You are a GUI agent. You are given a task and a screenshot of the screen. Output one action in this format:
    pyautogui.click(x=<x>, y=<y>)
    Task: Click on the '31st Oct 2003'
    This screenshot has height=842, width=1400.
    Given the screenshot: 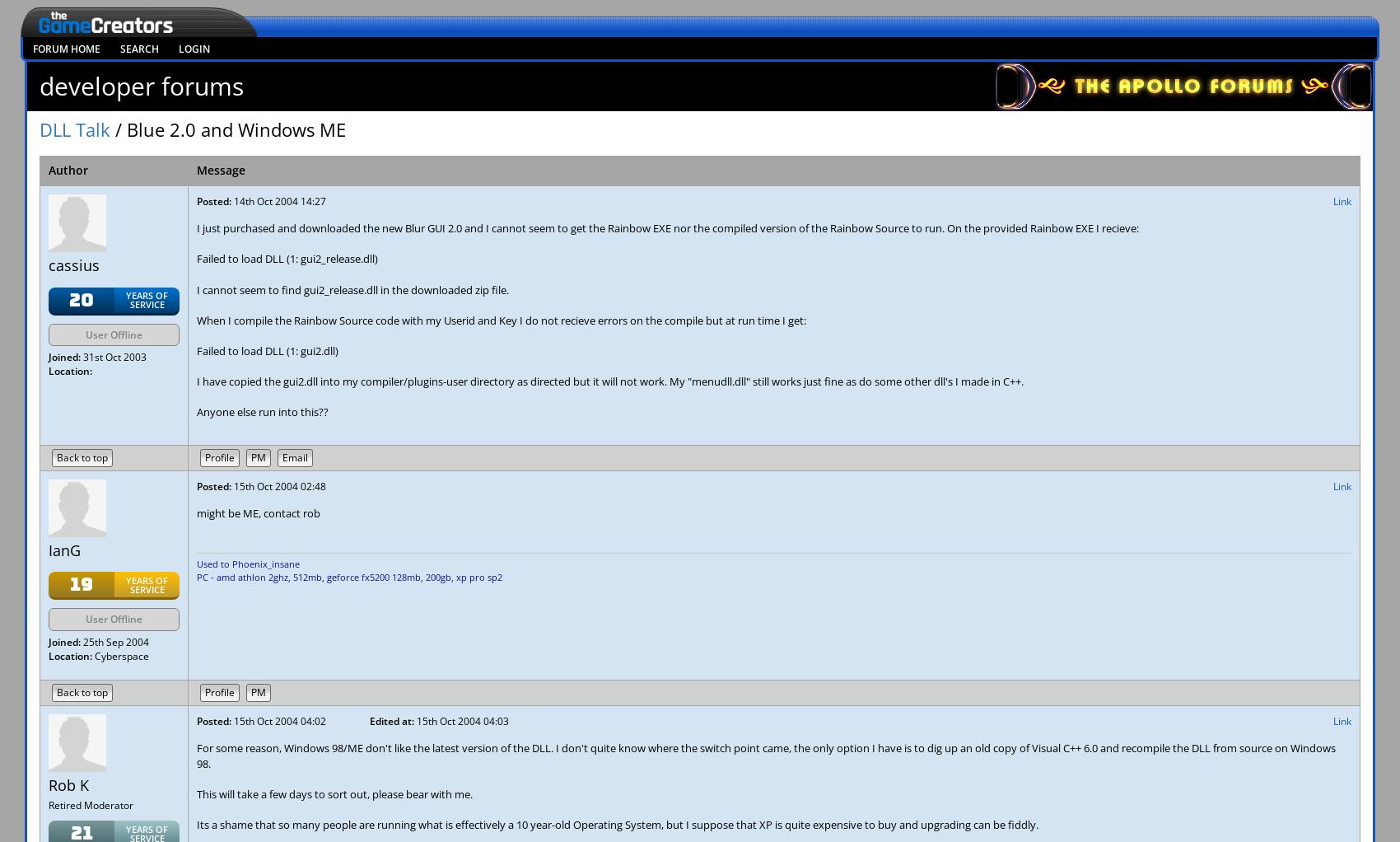 What is the action you would take?
    pyautogui.click(x=113, y=357)
    